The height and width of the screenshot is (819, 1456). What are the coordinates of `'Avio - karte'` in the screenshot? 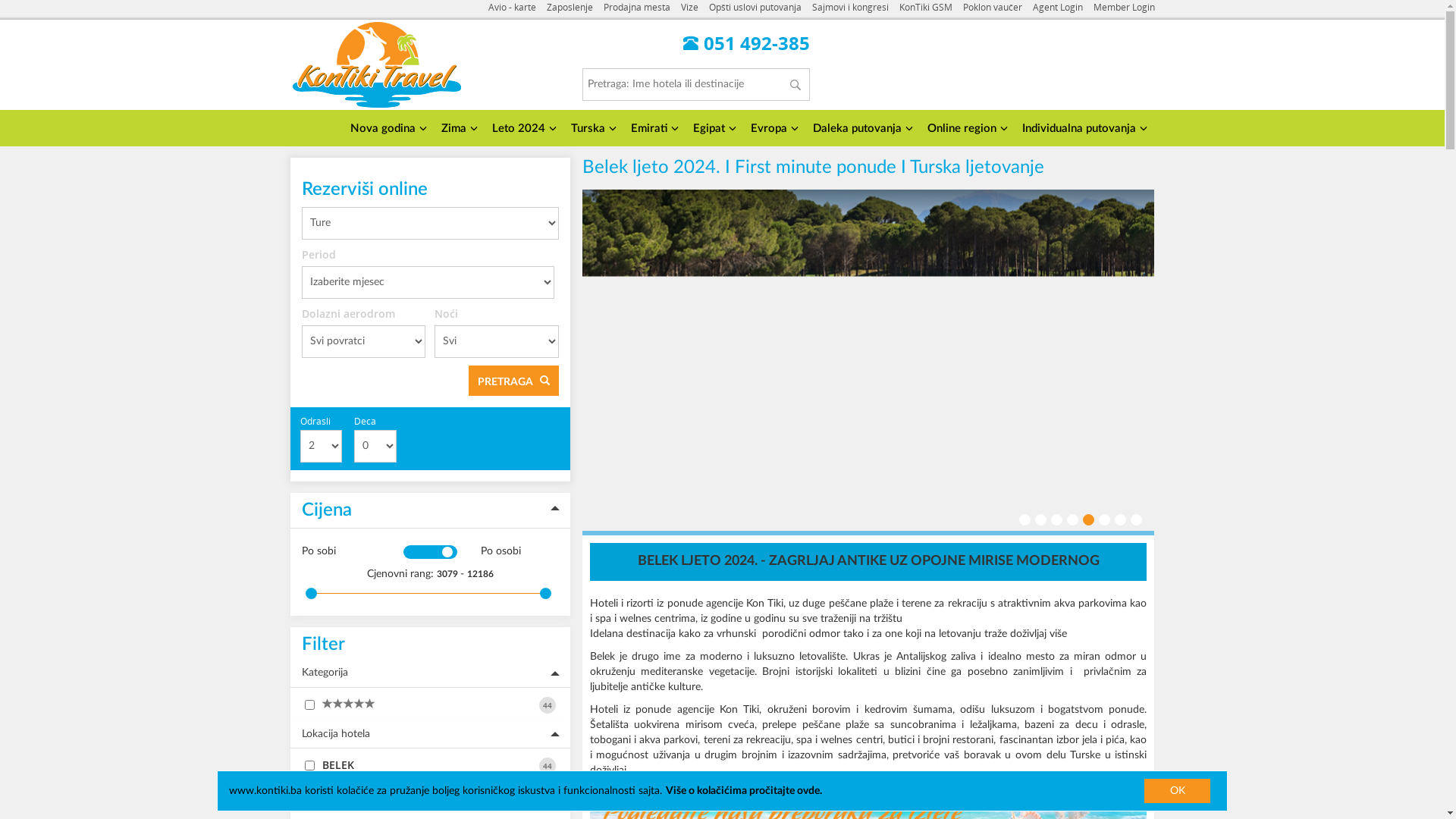 It's located at (512, 8).